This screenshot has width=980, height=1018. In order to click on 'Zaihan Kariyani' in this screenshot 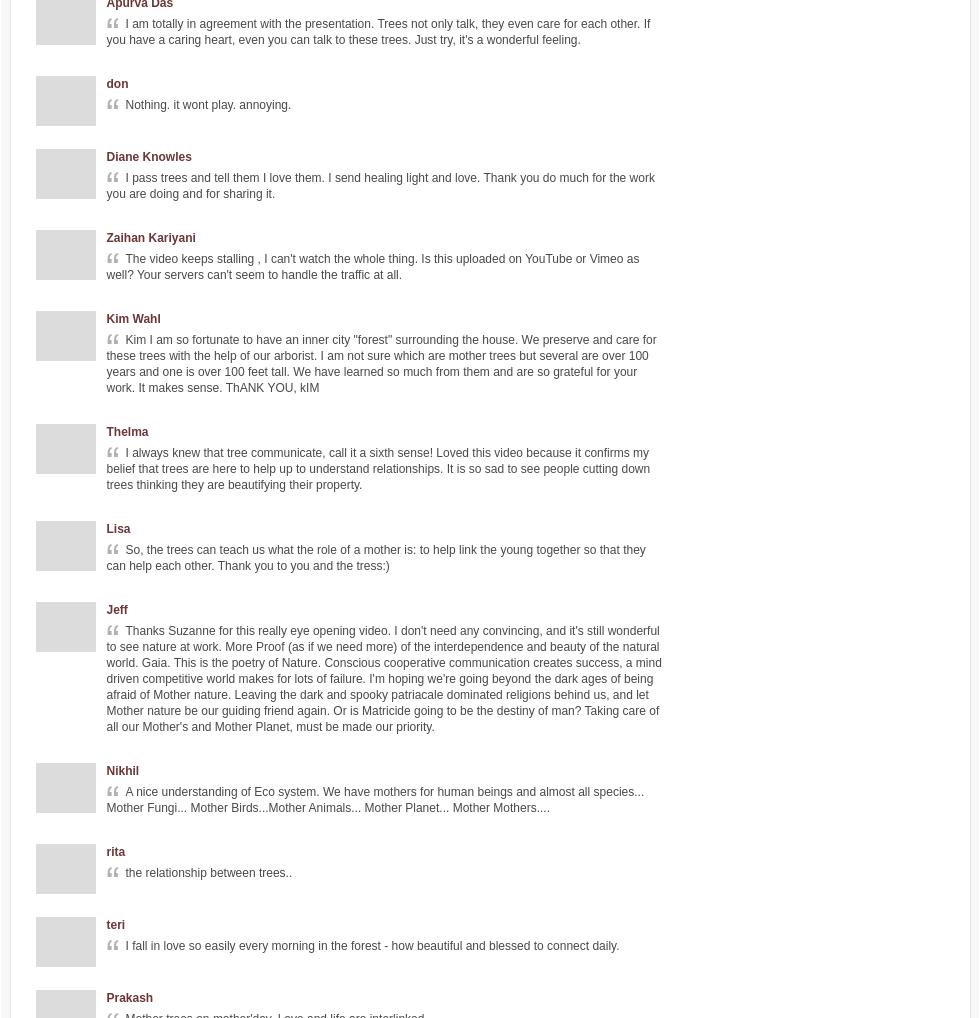, I will do `click(106, 237)`.